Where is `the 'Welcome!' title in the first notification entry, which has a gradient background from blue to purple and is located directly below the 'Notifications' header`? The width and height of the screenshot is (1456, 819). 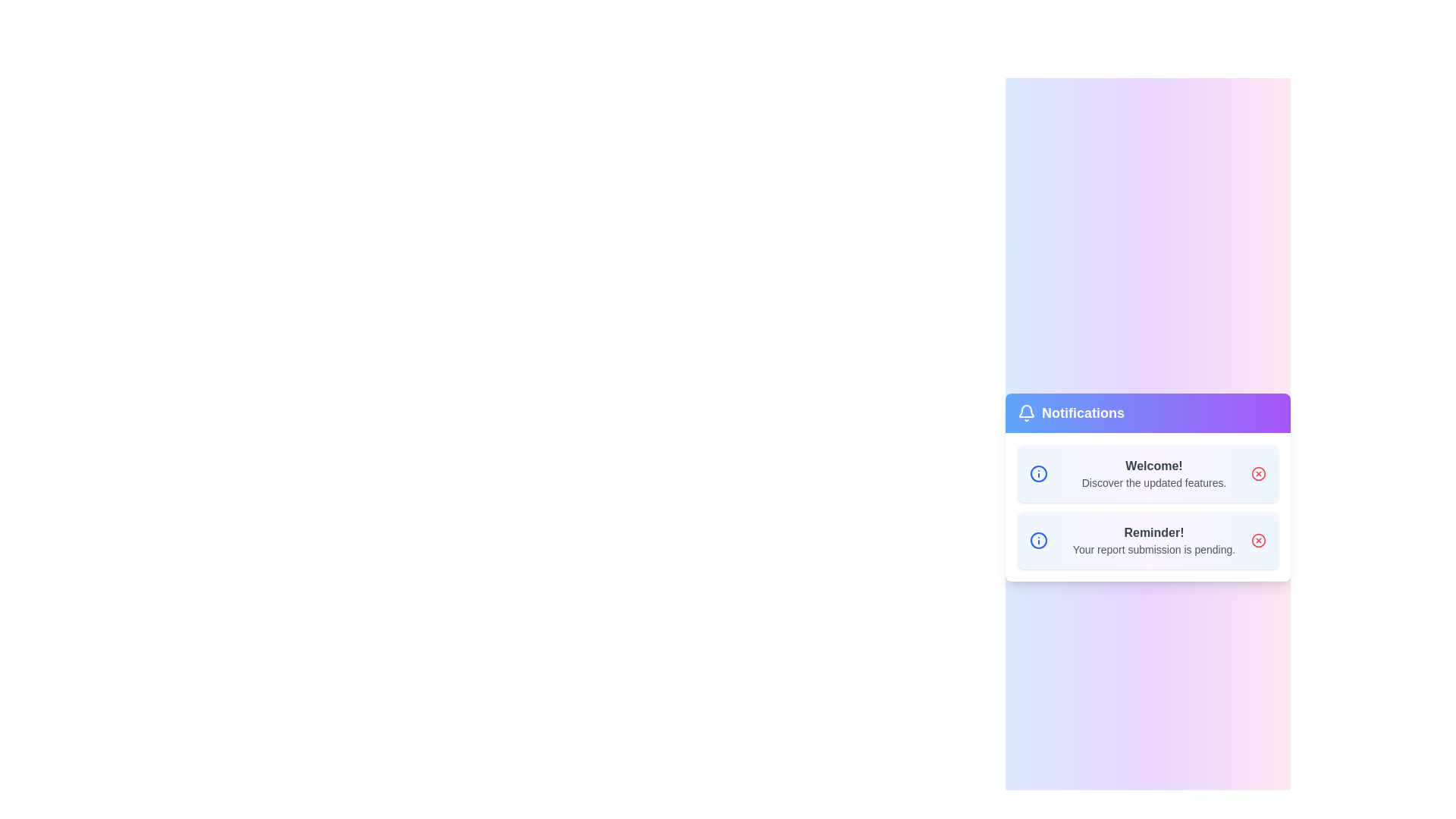 the 'Welcome!' title in the first notification entry, which has a gradient background from blue to purple and is located directly below the 'Notifications' header is located at coordinates (1147, 472).